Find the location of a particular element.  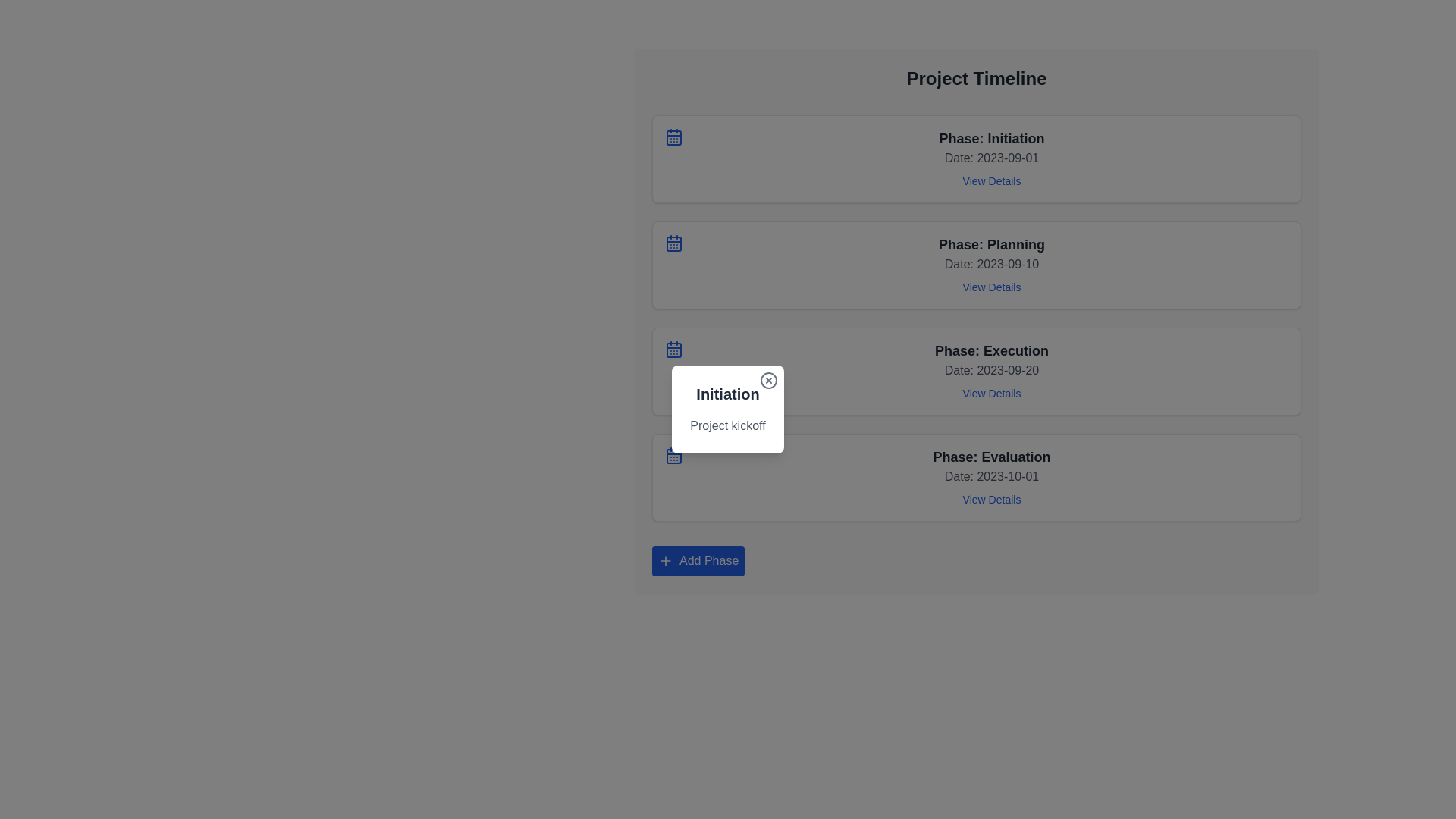

the hyperlink located below the 'Date: 2023-09-01' text in the 'Phase: Initiation' section is located at coordinates (992, 180).